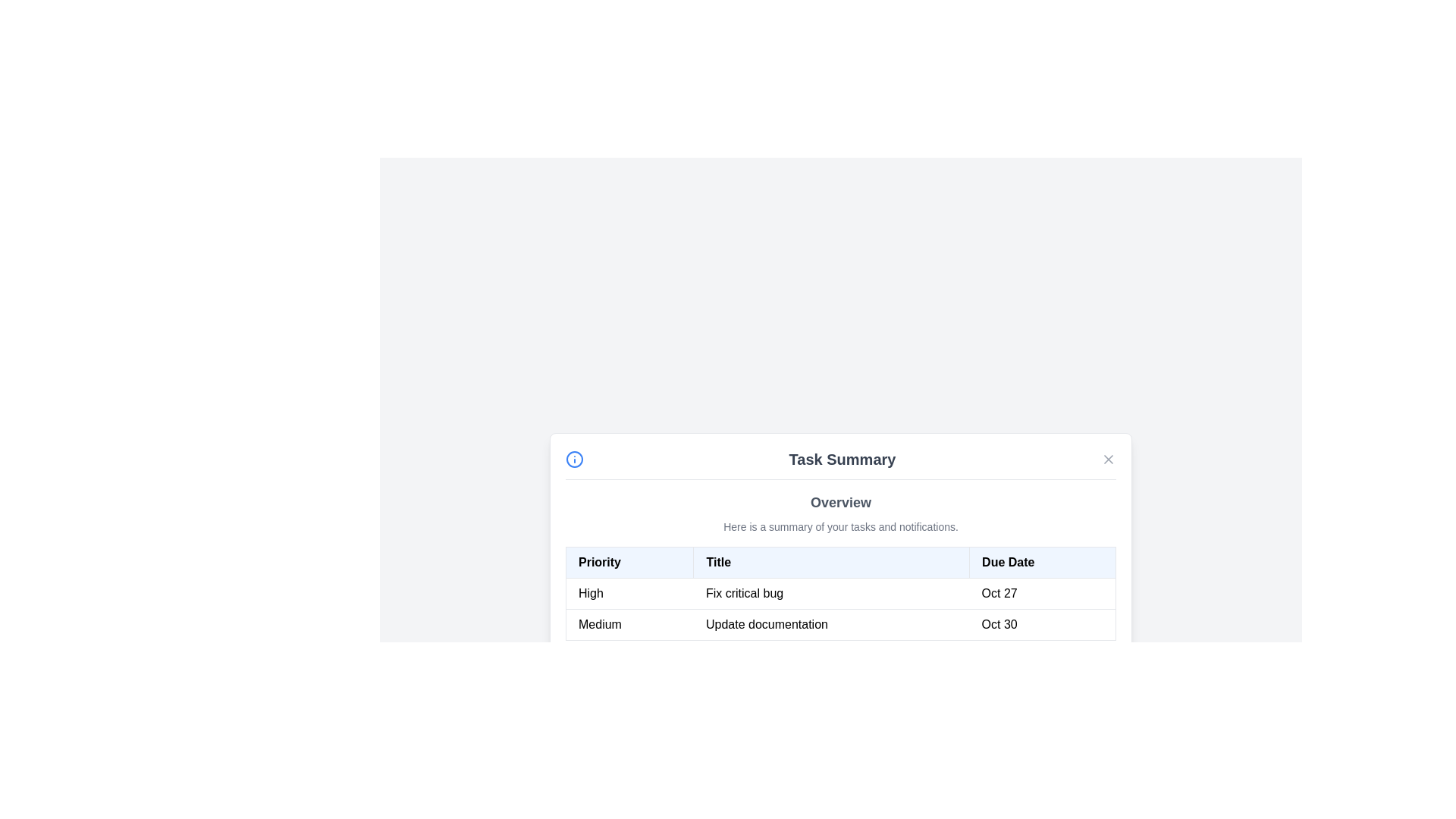 The width and height of the screenshot is (1456, 819). I want to click on the 'Task Summary' text label, which is a bold header centrally positioned at the top of its section, displayed in dark gray on a white background, so click(841, 458).